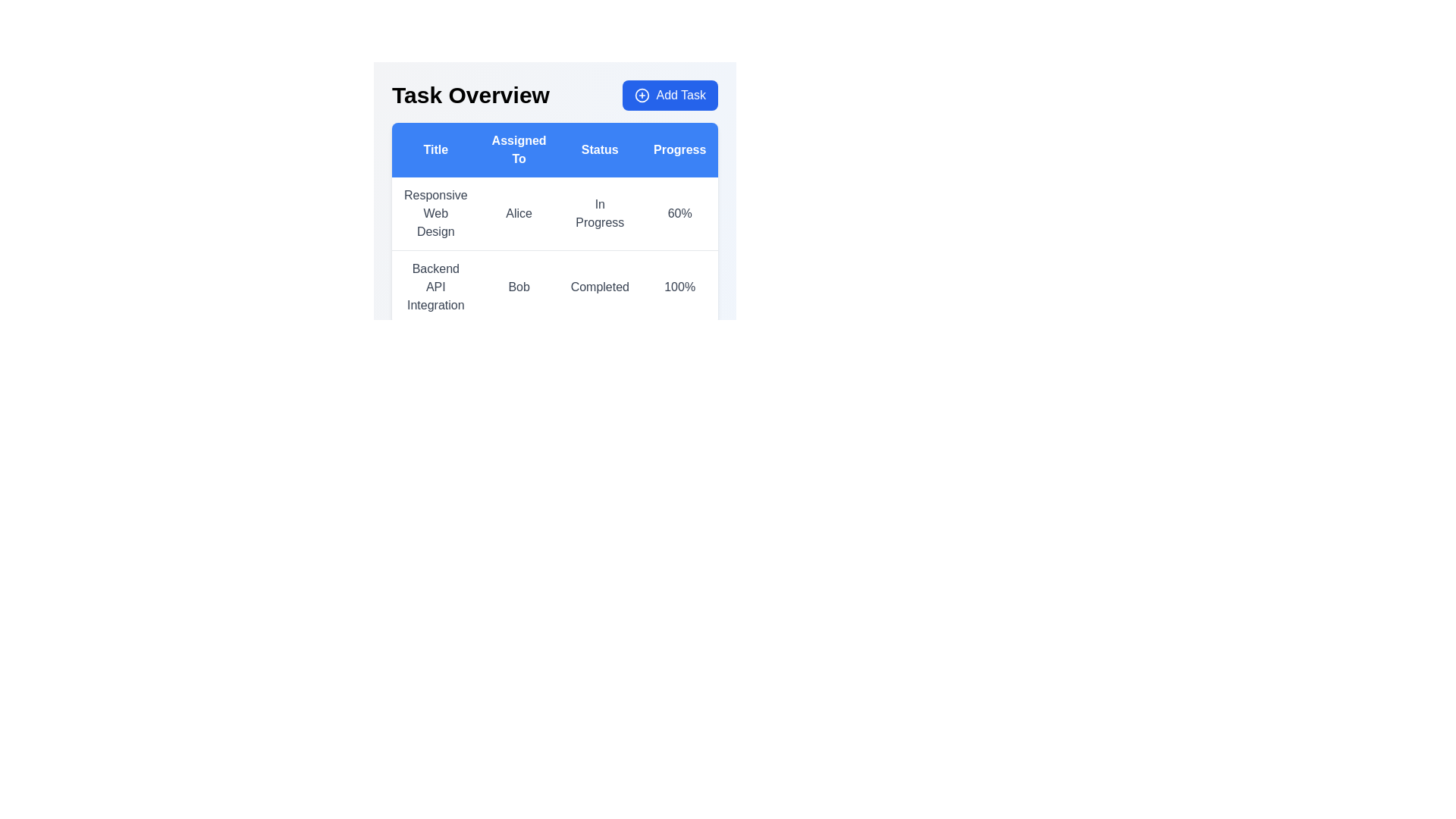  What do you see at coordinates (679, 149) in the screenshot?
I see `the 'Progress' column header in the 'Task Overview' layout, which is the fourth column header with a blue background and white bold text` at bounding box center [679, 149].